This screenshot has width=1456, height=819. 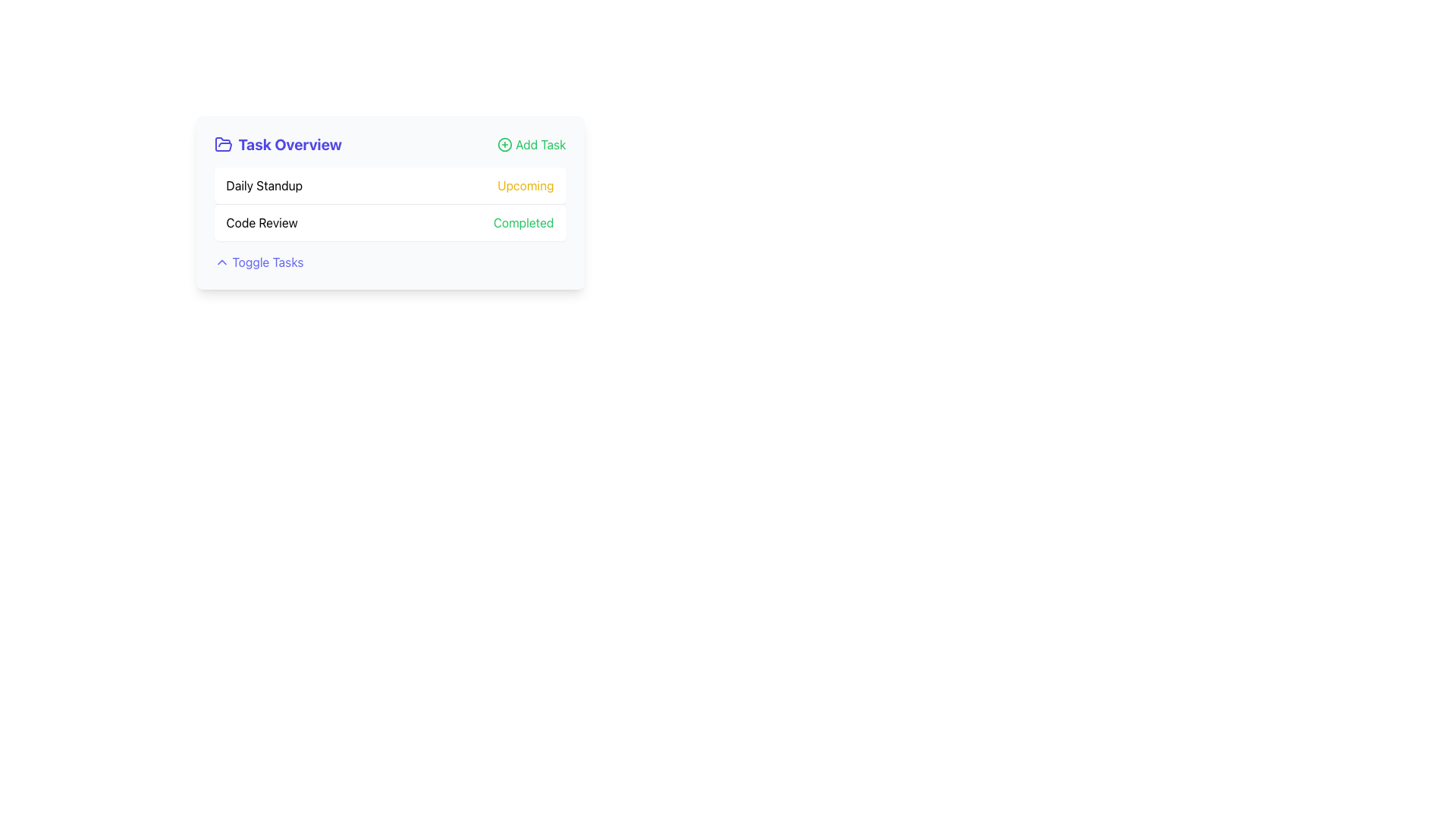 I want to click on the decorative icon representing a folder, located to the left of the 'Task Overview' text, so click(x=222, y=144).